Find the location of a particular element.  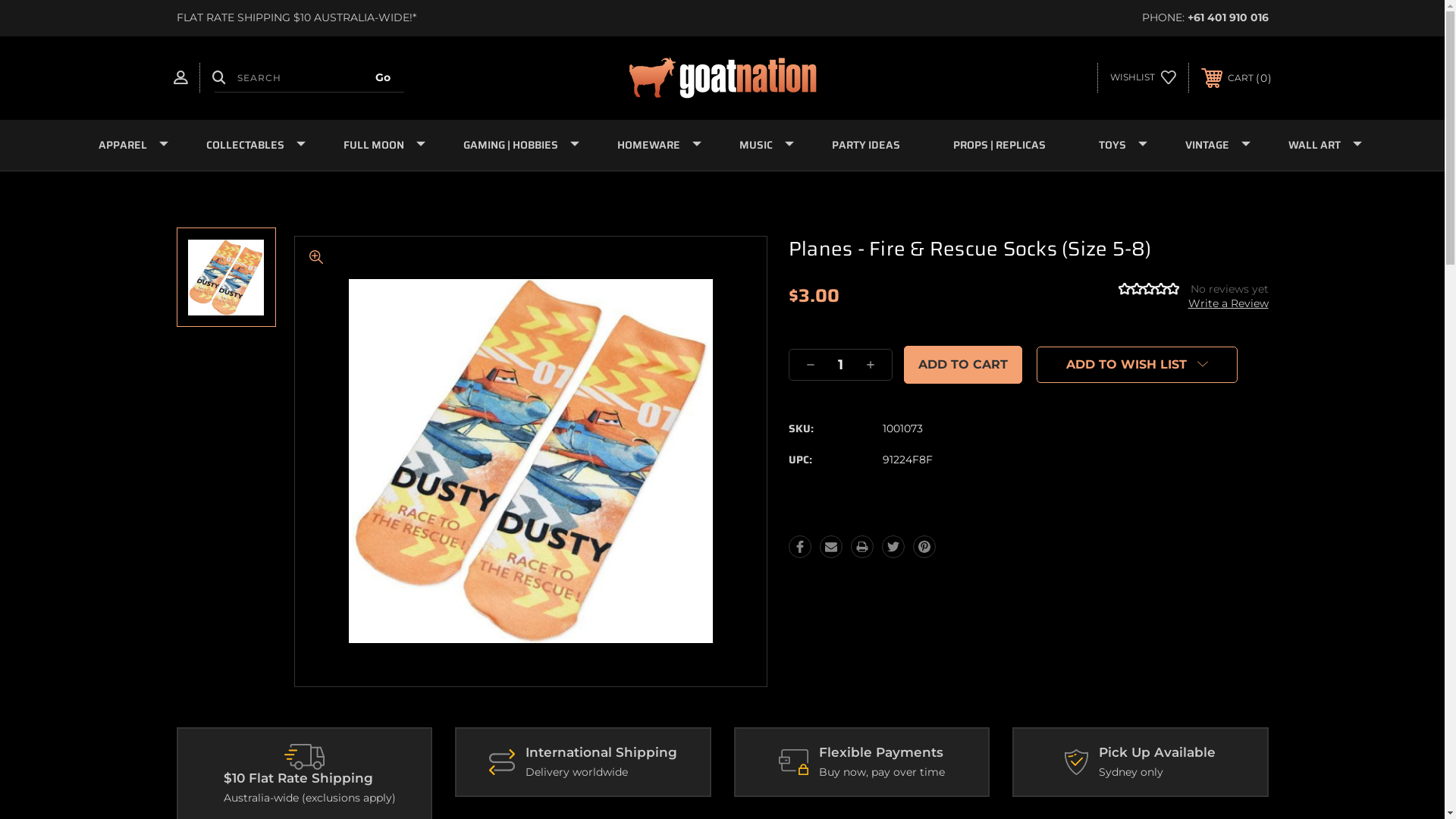

'International Shipping' is located at coordinates (502, 762).